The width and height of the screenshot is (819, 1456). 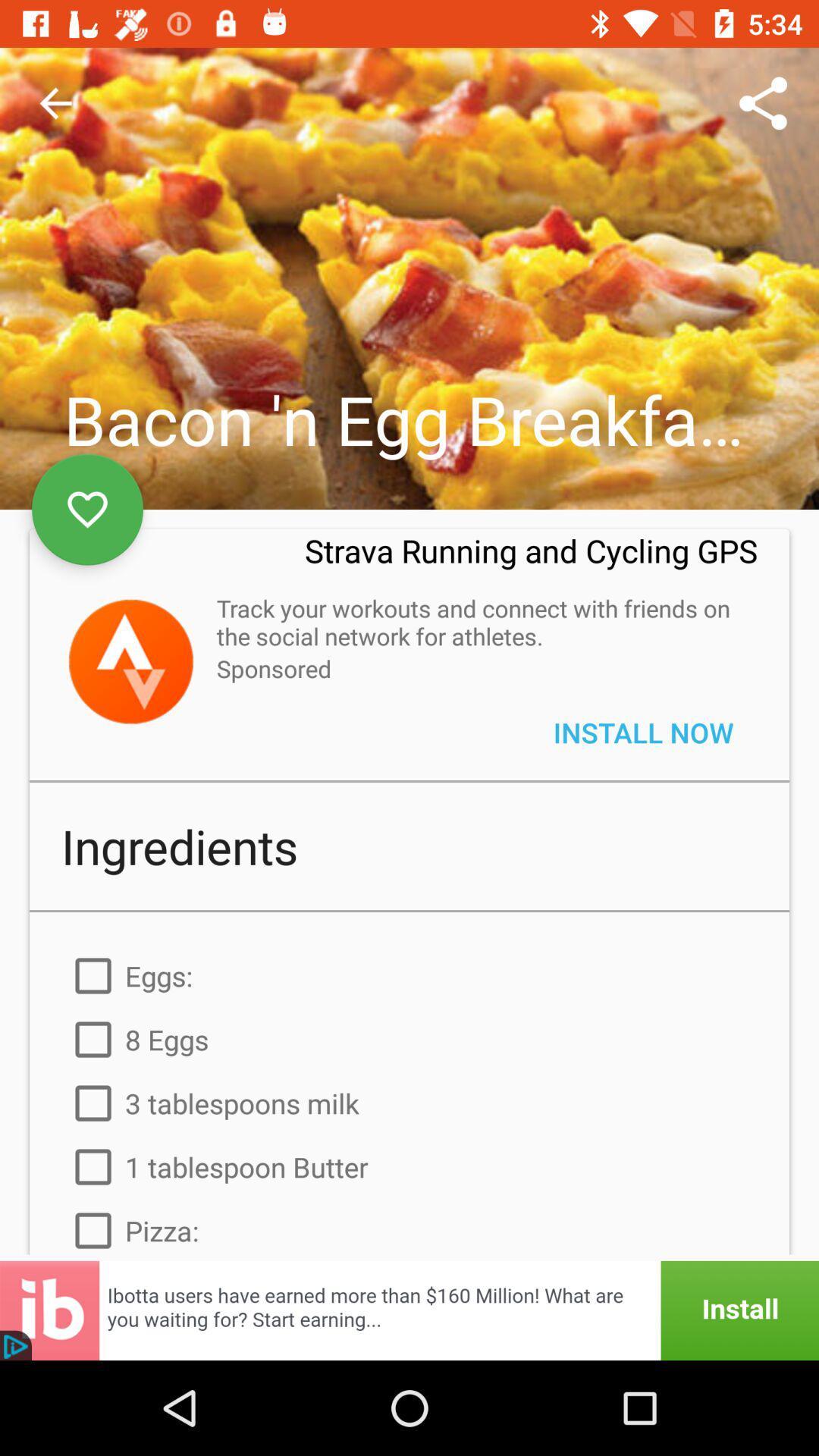 I want to click on the 8 eggs icon, so click(x=409, y=1039).